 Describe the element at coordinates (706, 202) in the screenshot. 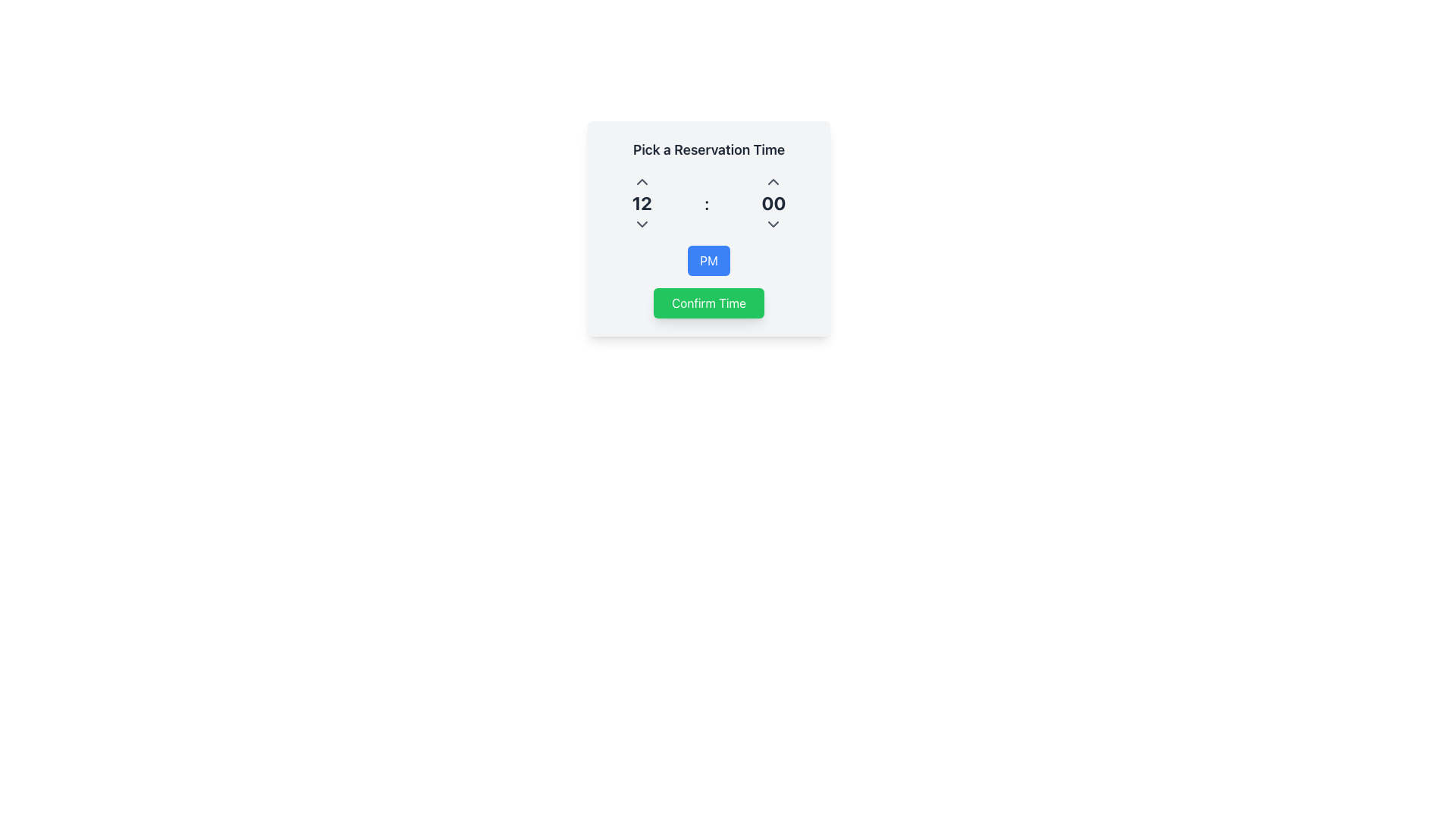

I see `the colon (:) symbol, which is displayed in a 2xl font size with a semibold weight and colored gray-800, located centrally between the numbers 12 and 00 in the time selection interface` at that location.